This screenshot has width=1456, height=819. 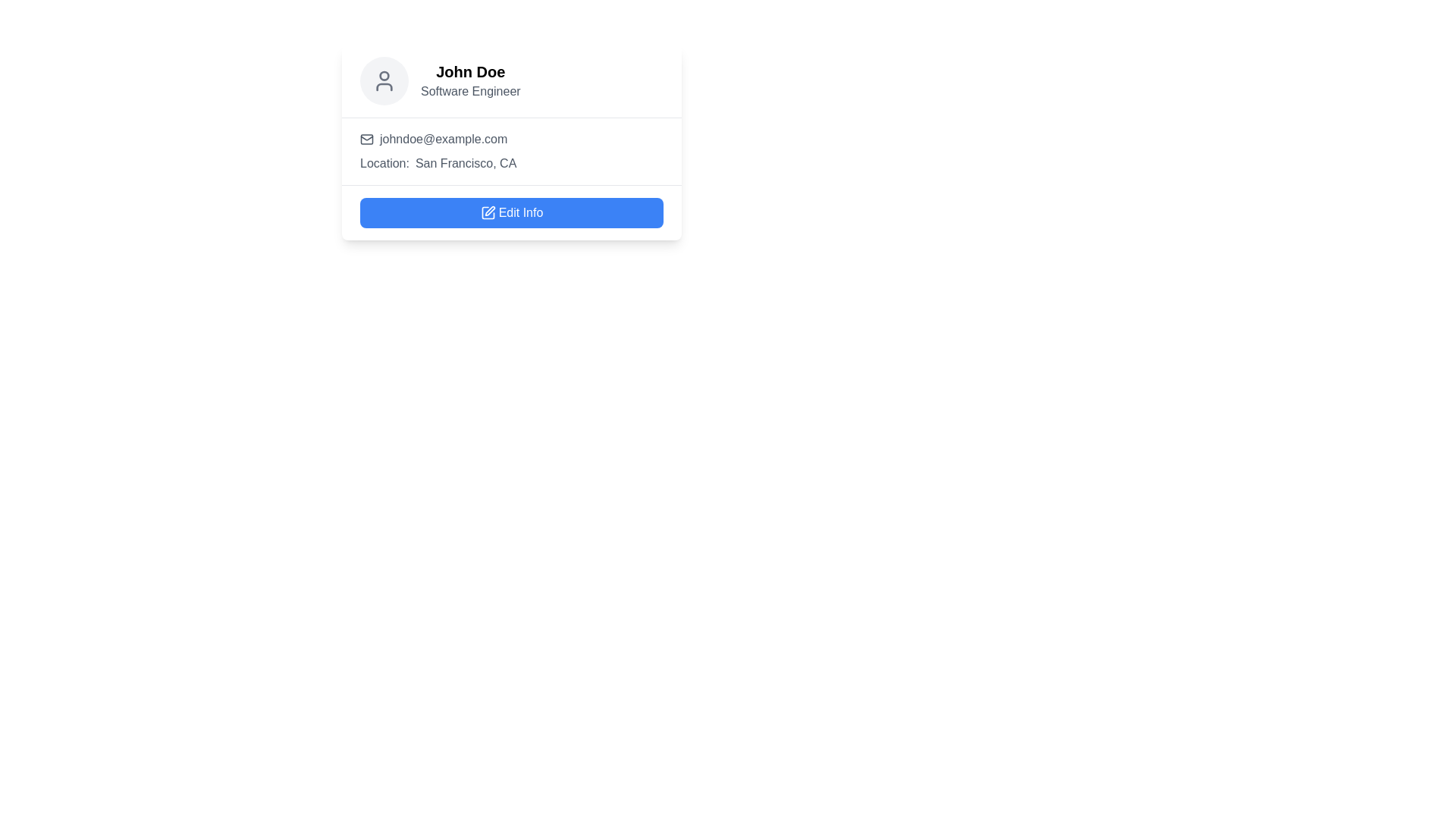 What do you see at coordinates (443, 140) in the screenshot?
I see `the static text element displaying the user's email address, which is located in the middle section of the user profile card, to the right of the envelope icon and above the location details` at bounding box center [443, 140].